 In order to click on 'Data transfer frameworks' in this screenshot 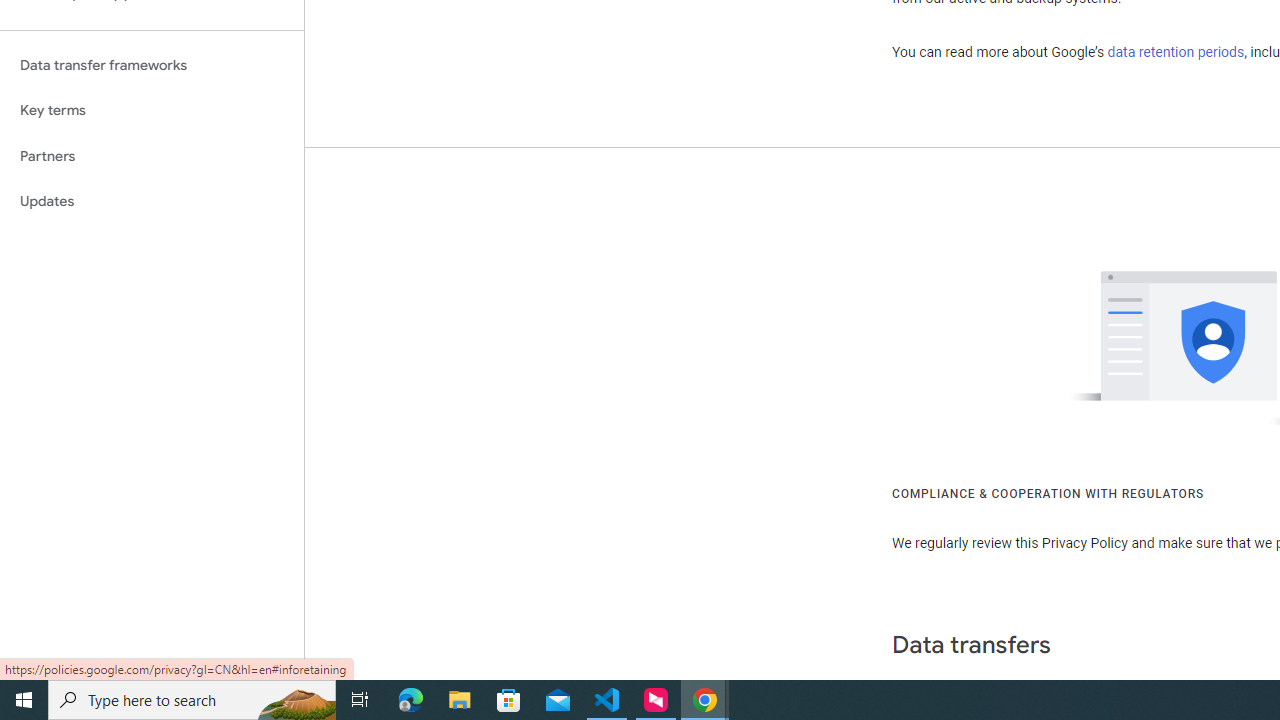, I will do `click(151, 64)`.